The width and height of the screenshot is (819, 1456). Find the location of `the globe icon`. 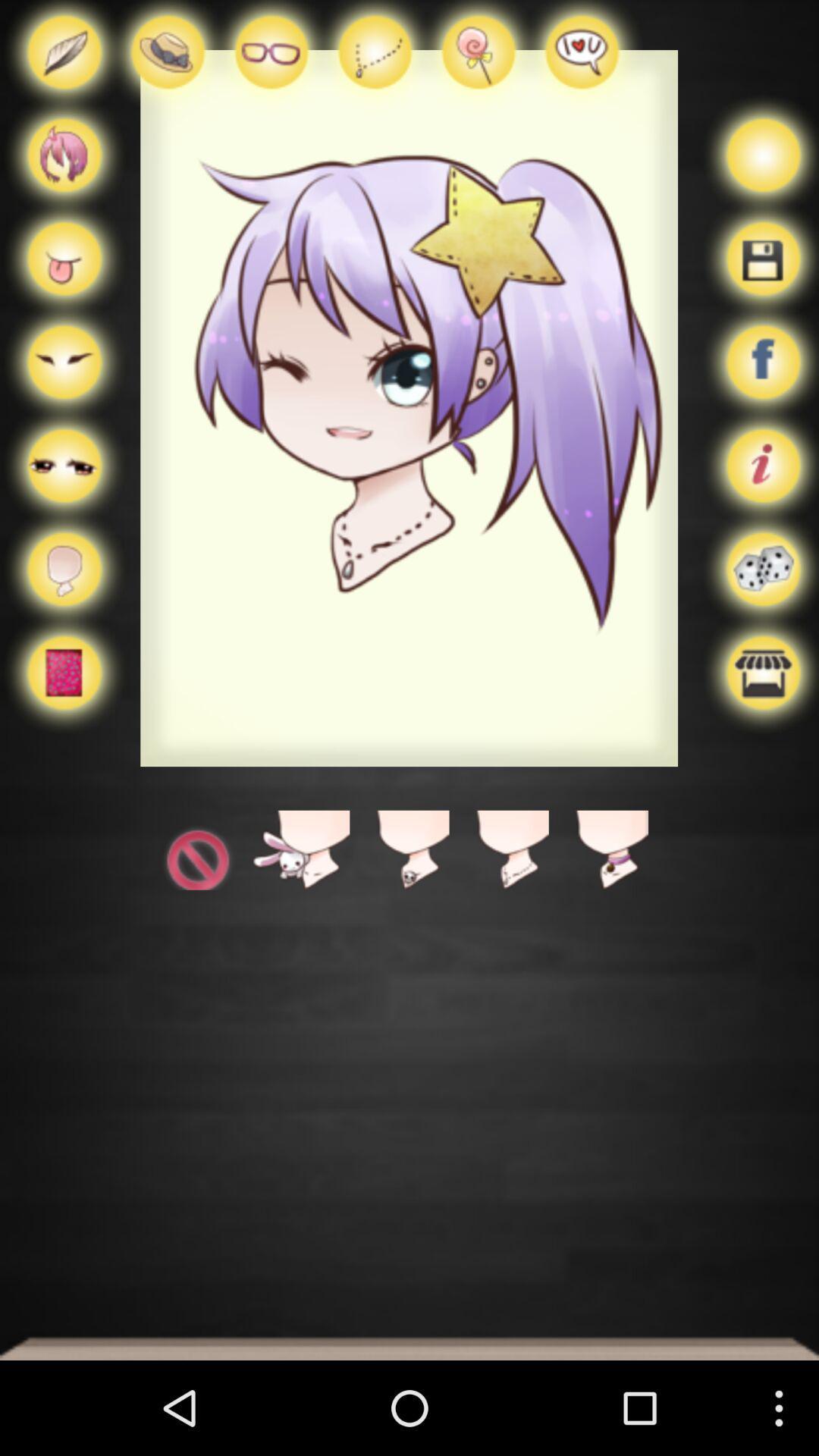

the globe icon is located at coordinates (63, 166).